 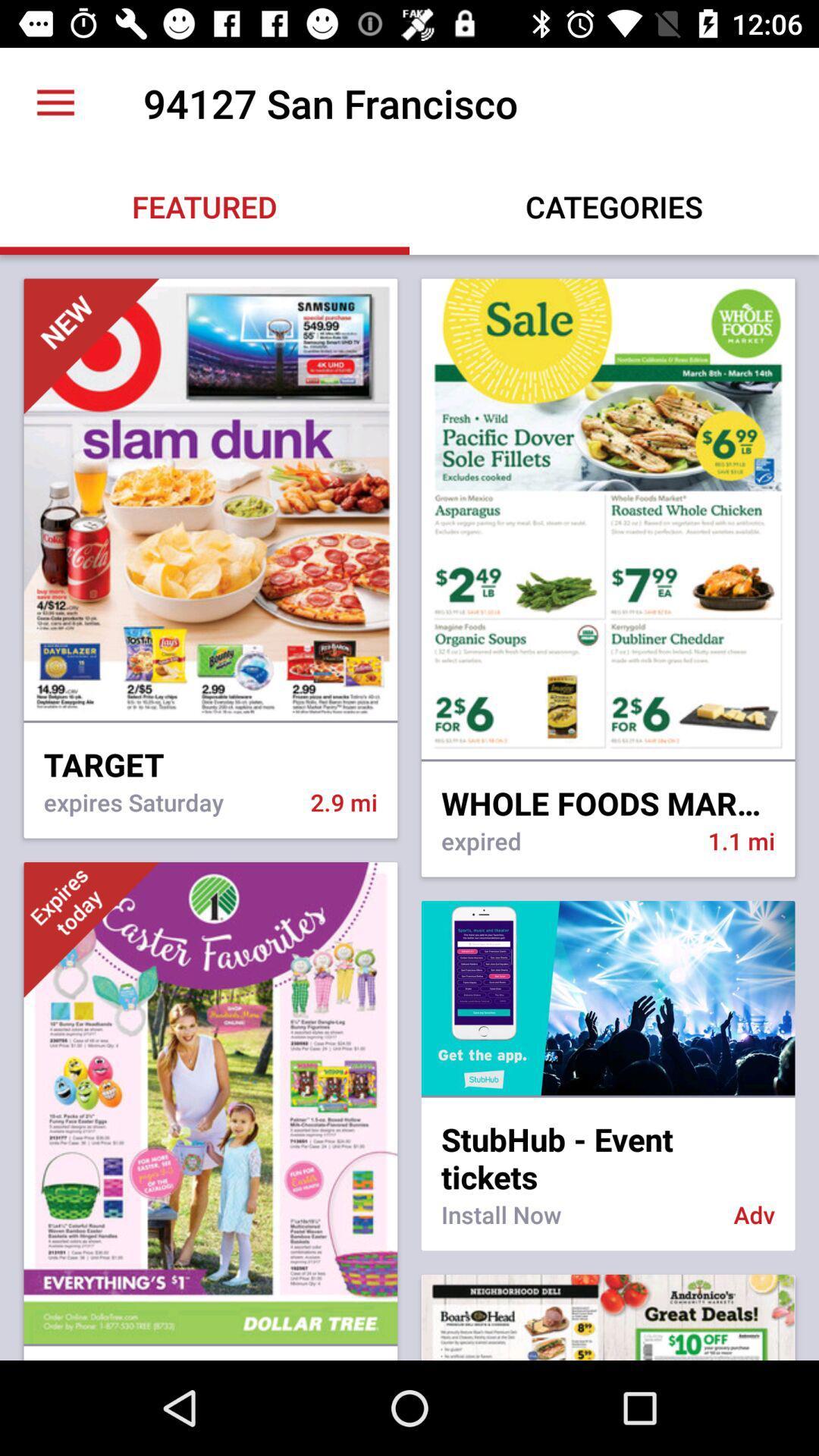 What do you see at coordinates (210, 1103) in the screenshot?
I see `the third image` at bounding box center [210, 1103].